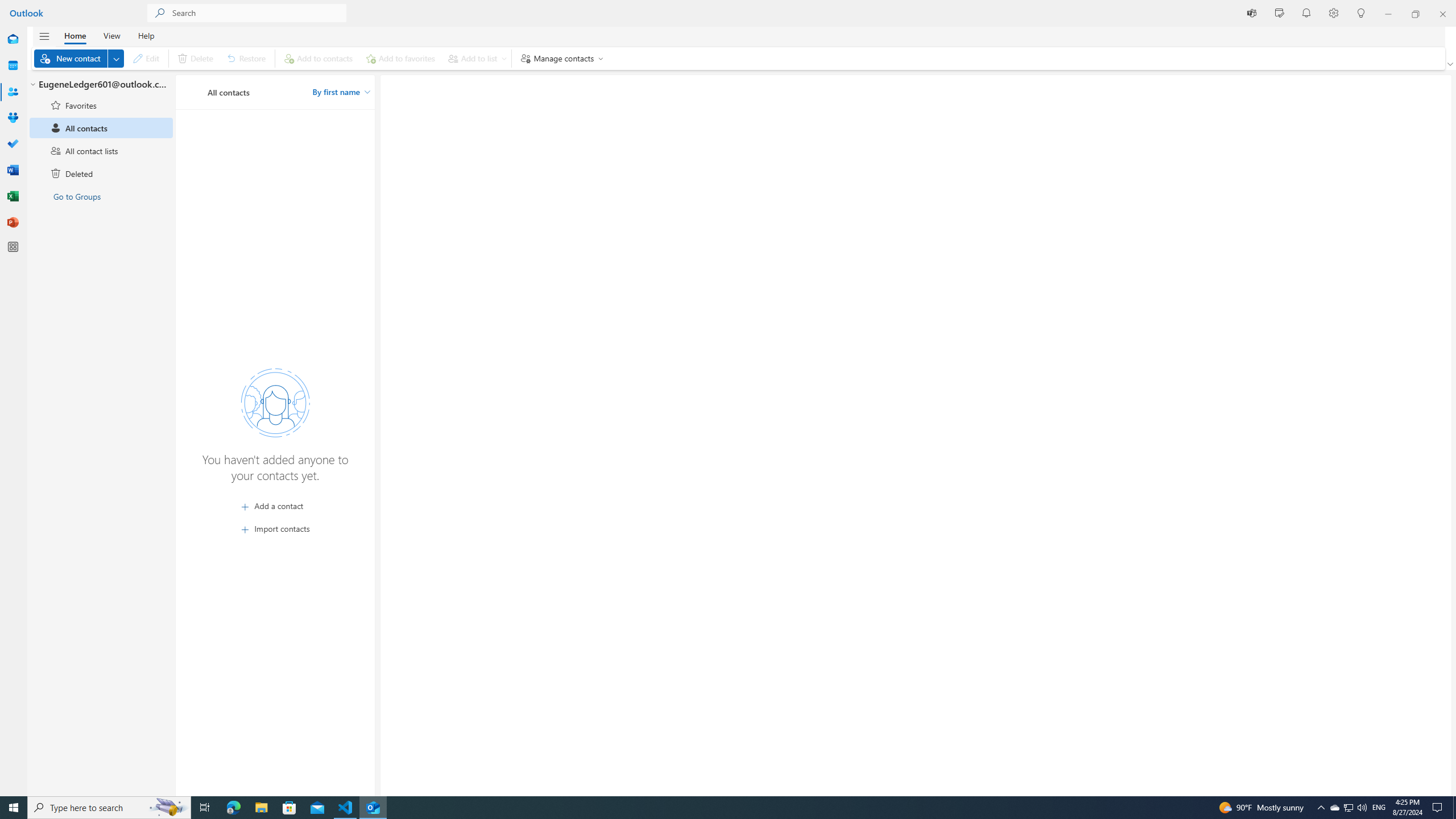 This screenshot has height=819, width=1456. What do you see at coordinates (78, 58) in the screenshot?
I see `'New contact'` at bounding box center [78, 58].